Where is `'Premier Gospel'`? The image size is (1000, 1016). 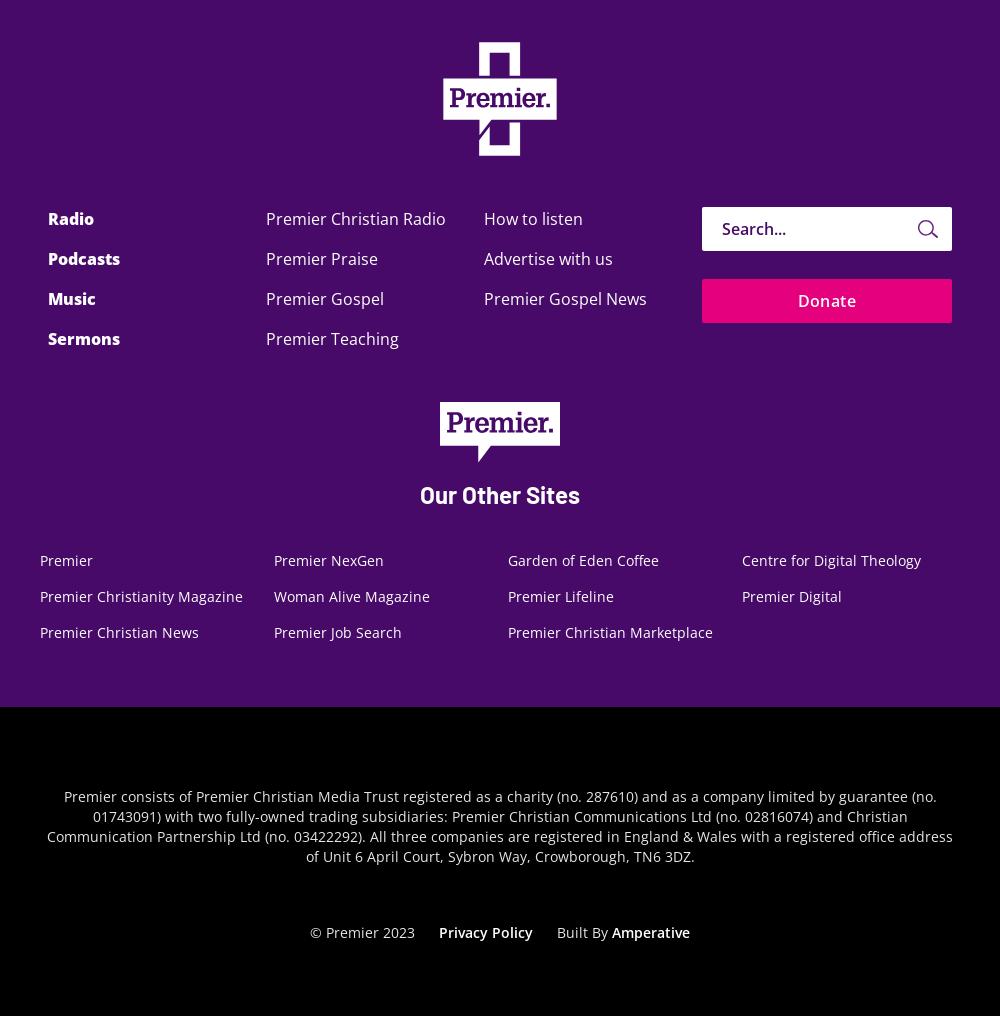
'Premier Gospel' is located at coordinates (323, 298).